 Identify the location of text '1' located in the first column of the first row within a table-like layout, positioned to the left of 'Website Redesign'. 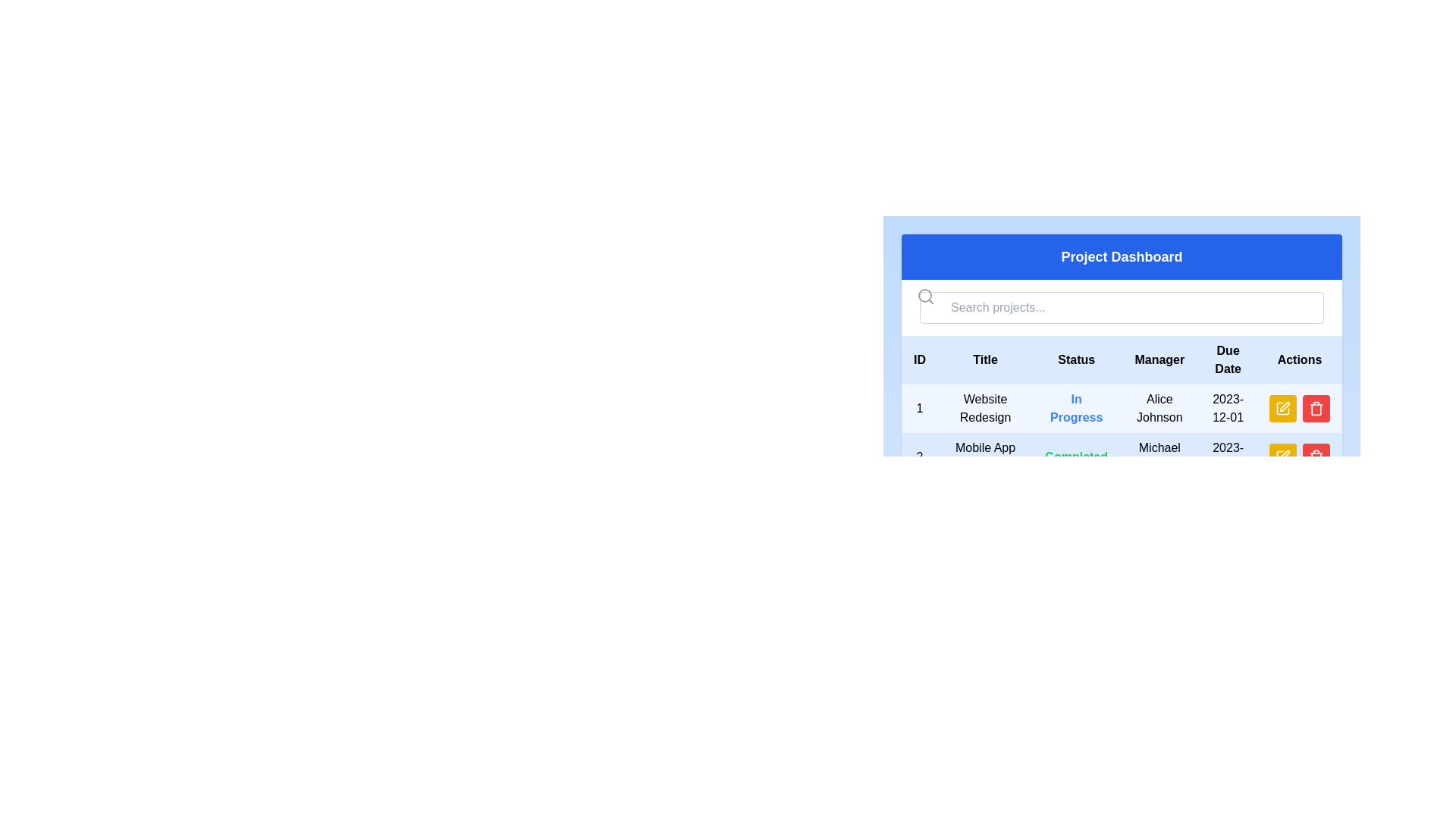
(919, 408).